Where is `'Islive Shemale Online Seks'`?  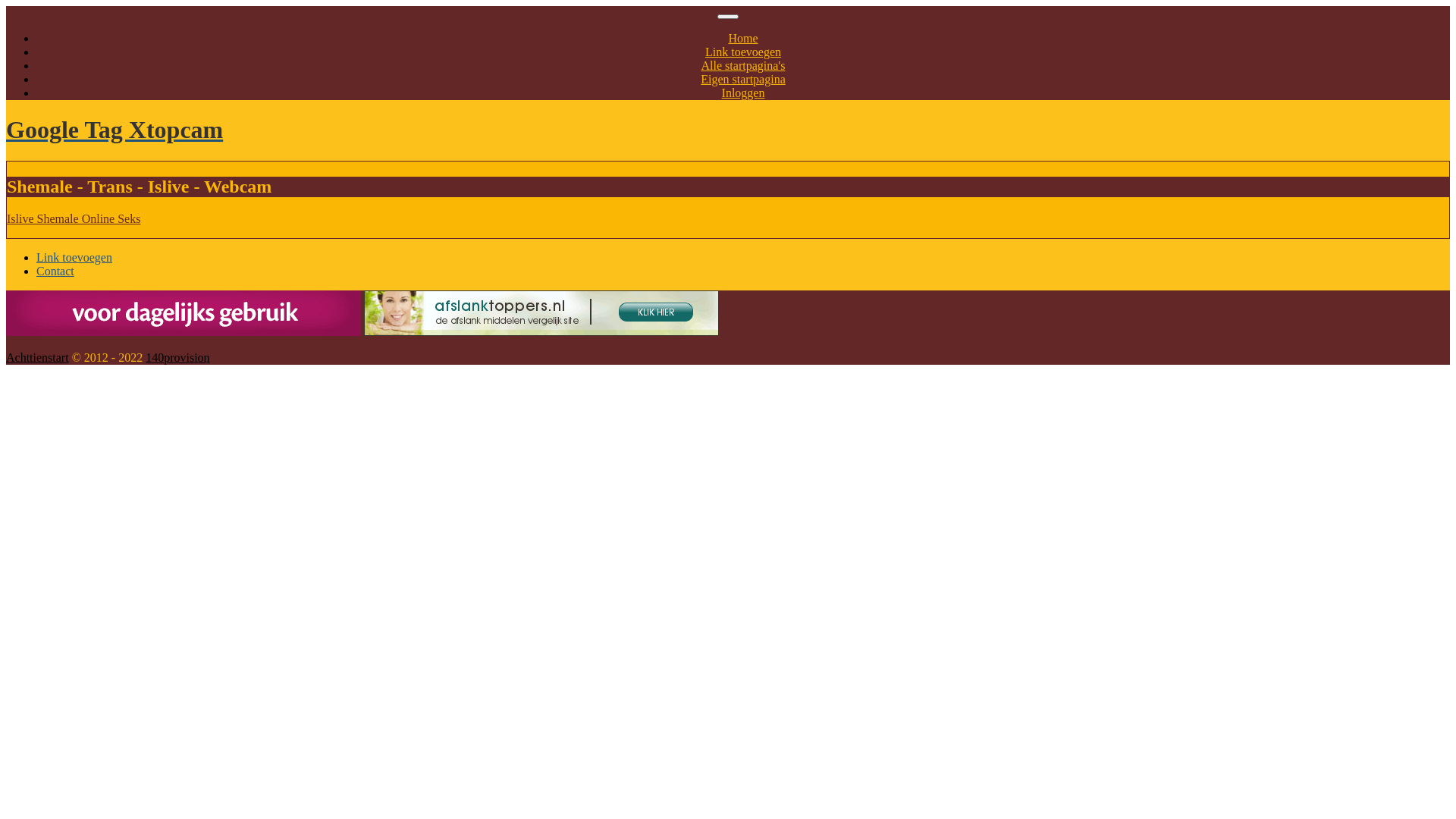 'Islive Shemale Online Seks' is located at coordinates (7, 218).